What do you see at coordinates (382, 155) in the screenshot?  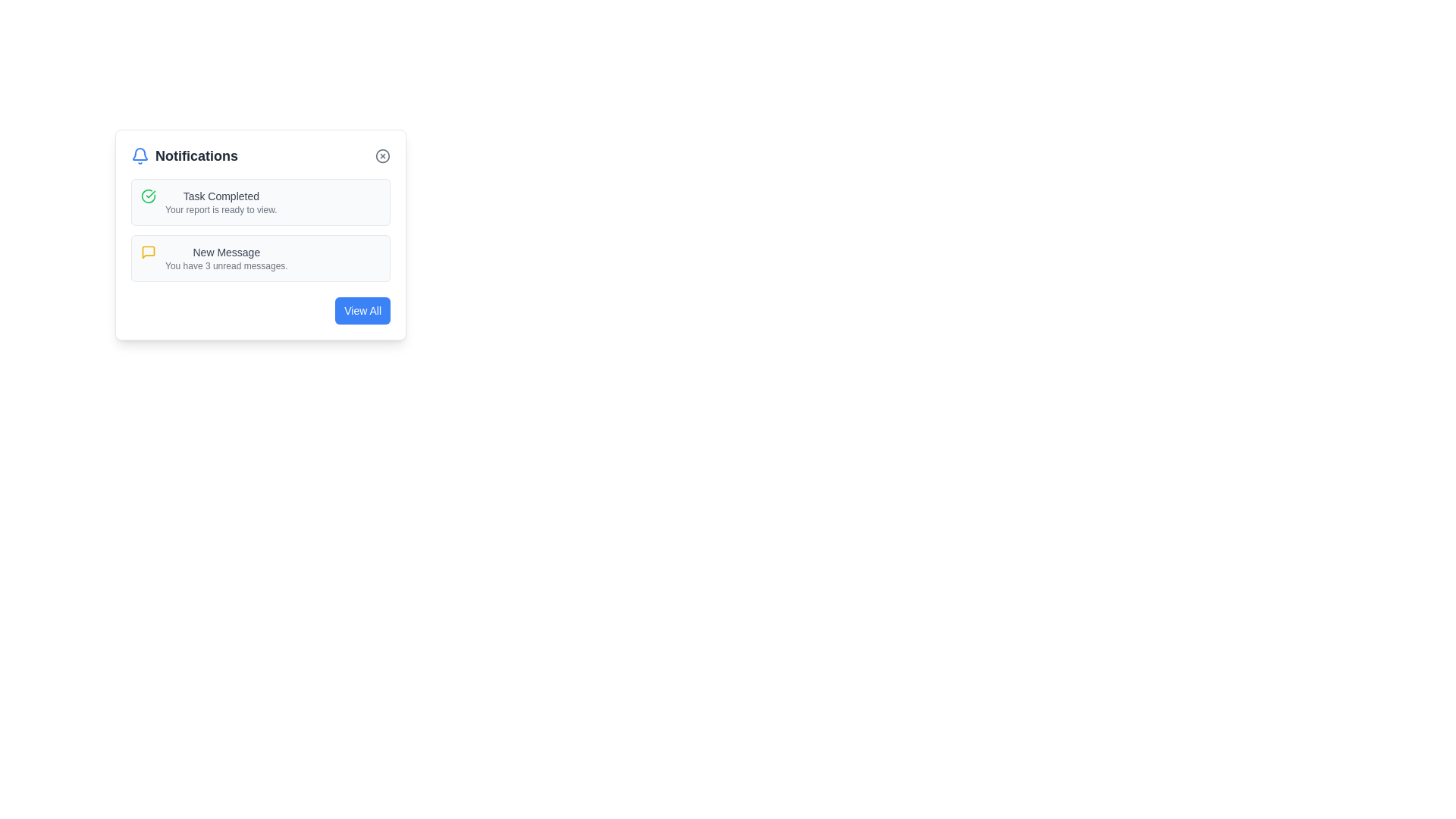 I see `the circular close button located in the top-right corner of the notification panel` at bounding box center [382, 155].